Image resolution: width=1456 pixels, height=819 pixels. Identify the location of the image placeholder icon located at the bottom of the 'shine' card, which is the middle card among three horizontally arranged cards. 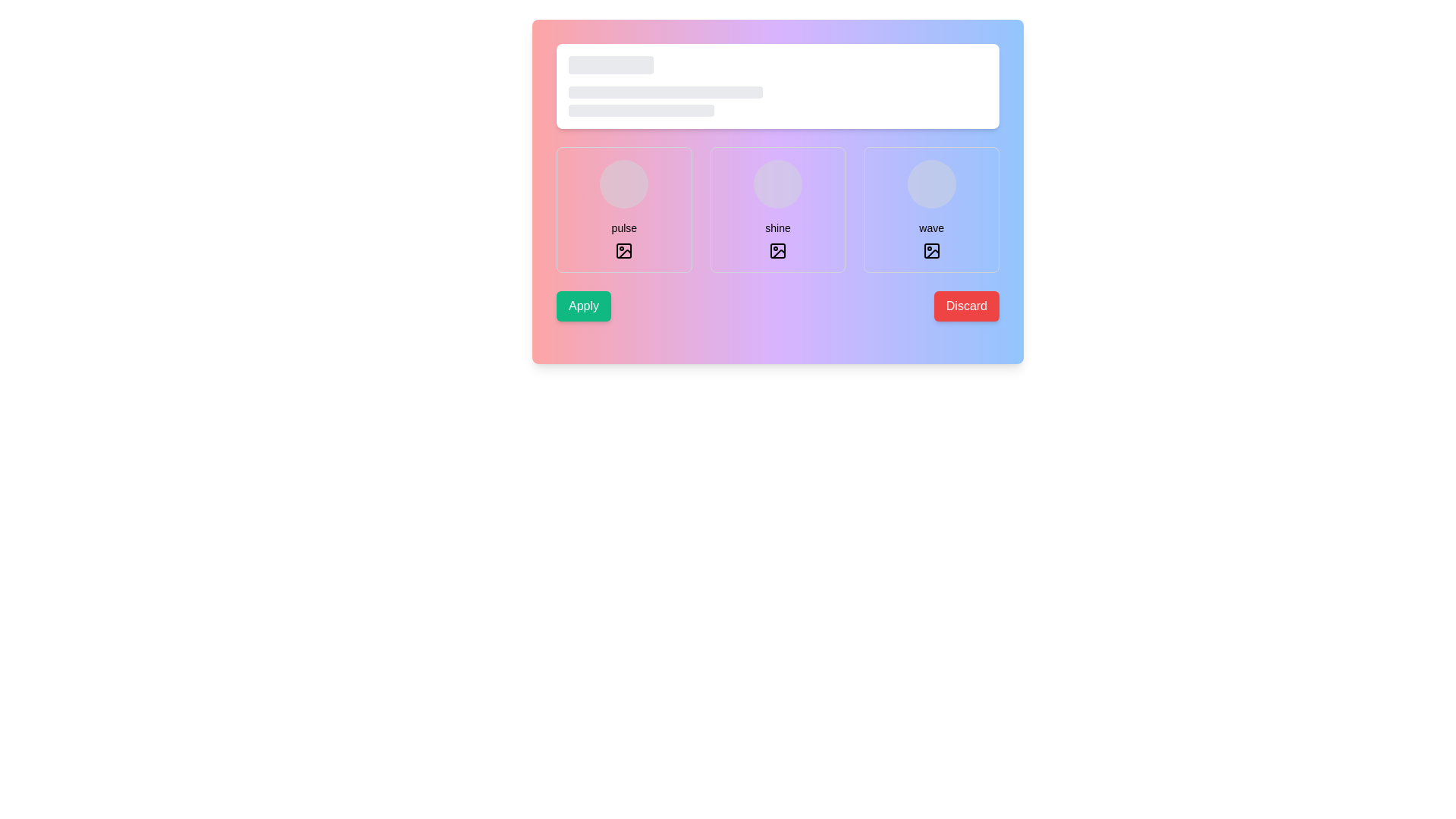
(778, 250).